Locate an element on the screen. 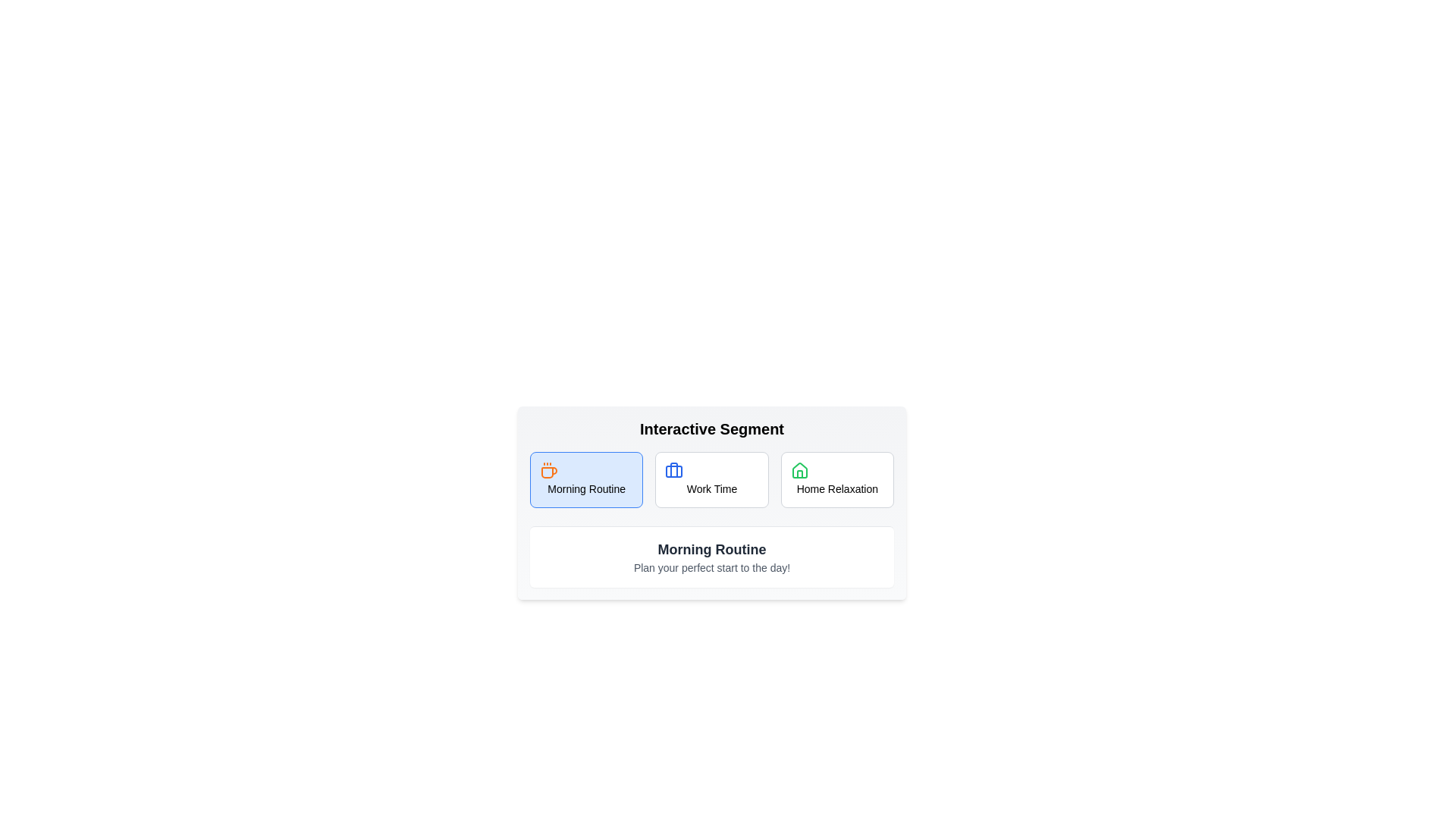 Image resolution: width=1456 pixels, height=819 pixels. the 'Work Time' static text label, which is displayed in a small font size within a white background card, located below a briefcase icon is located at coordinates (711, 488).